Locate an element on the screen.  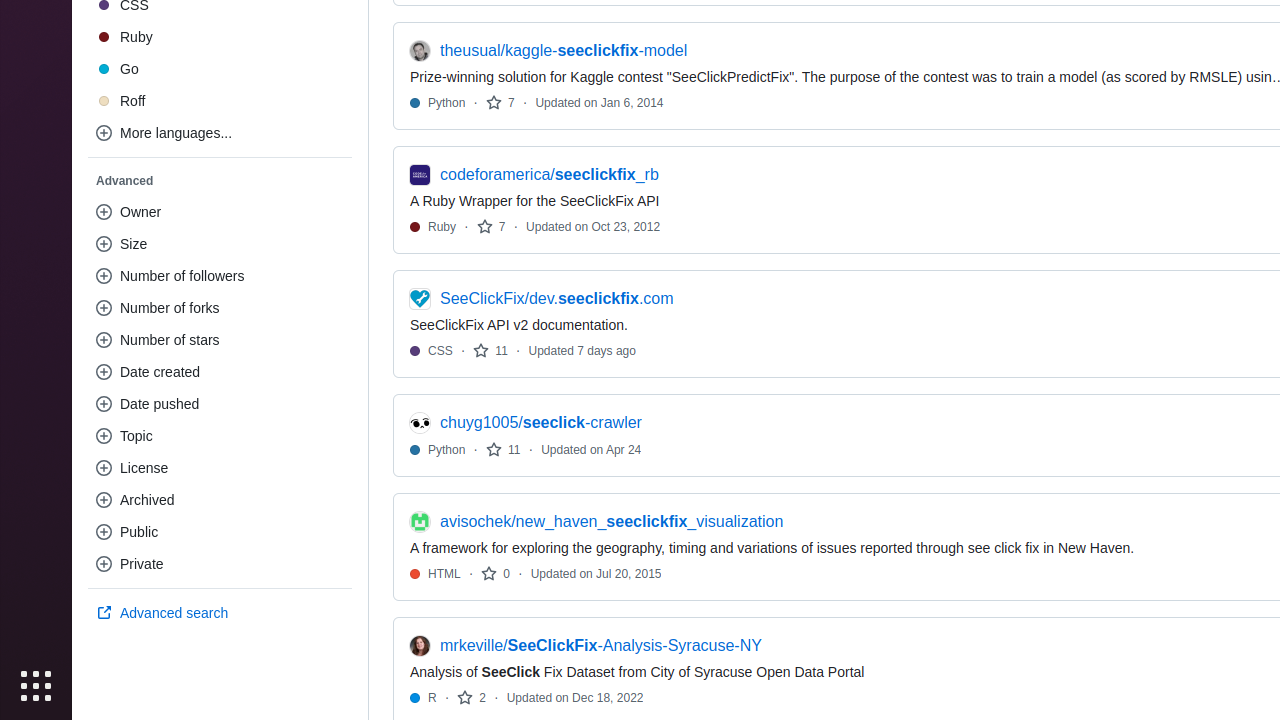
'‎Topic‎' is located at coordinates (220, 435).